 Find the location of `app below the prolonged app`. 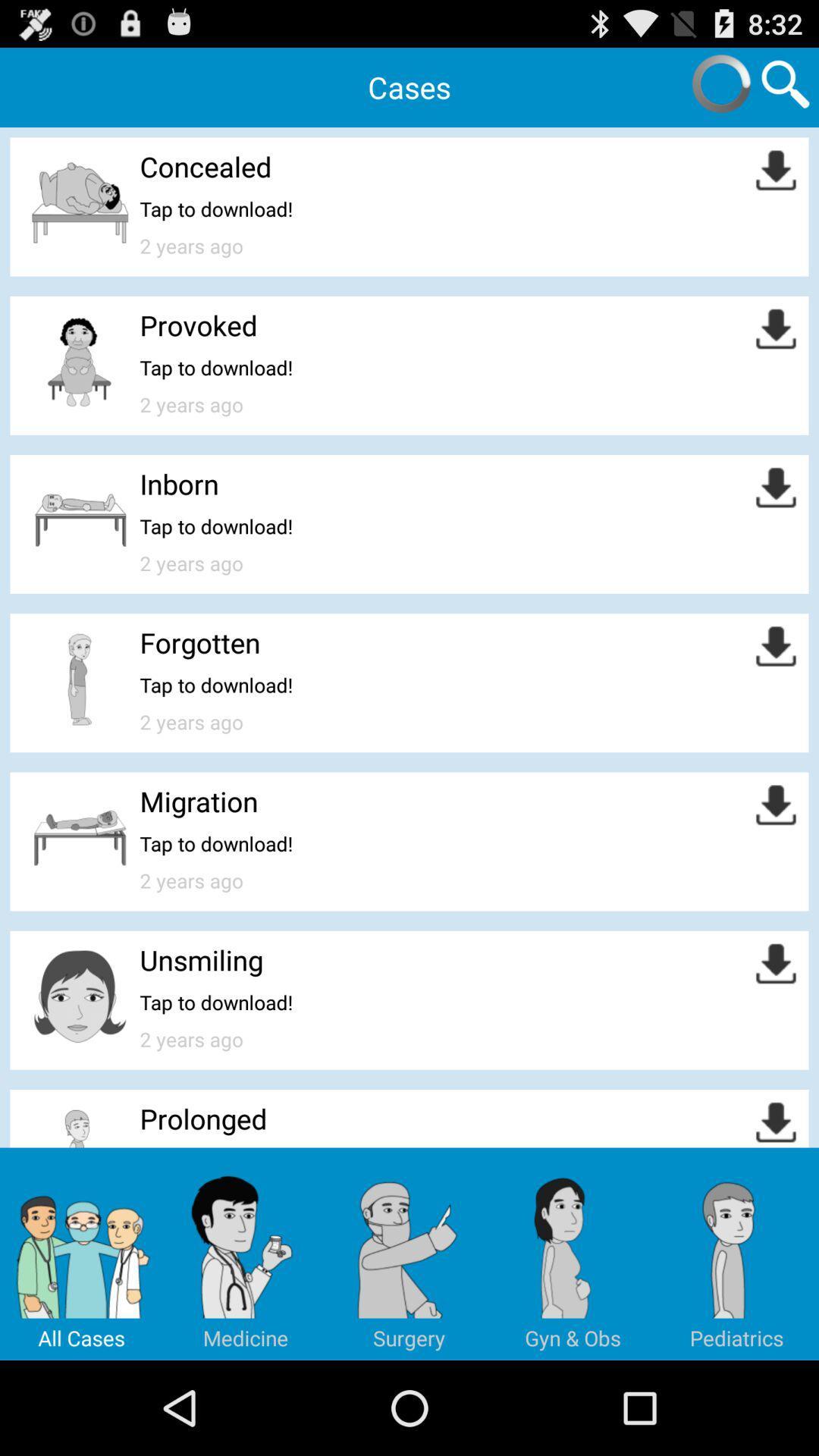

app below the prolonged app is located at coordinates (245, 1254).